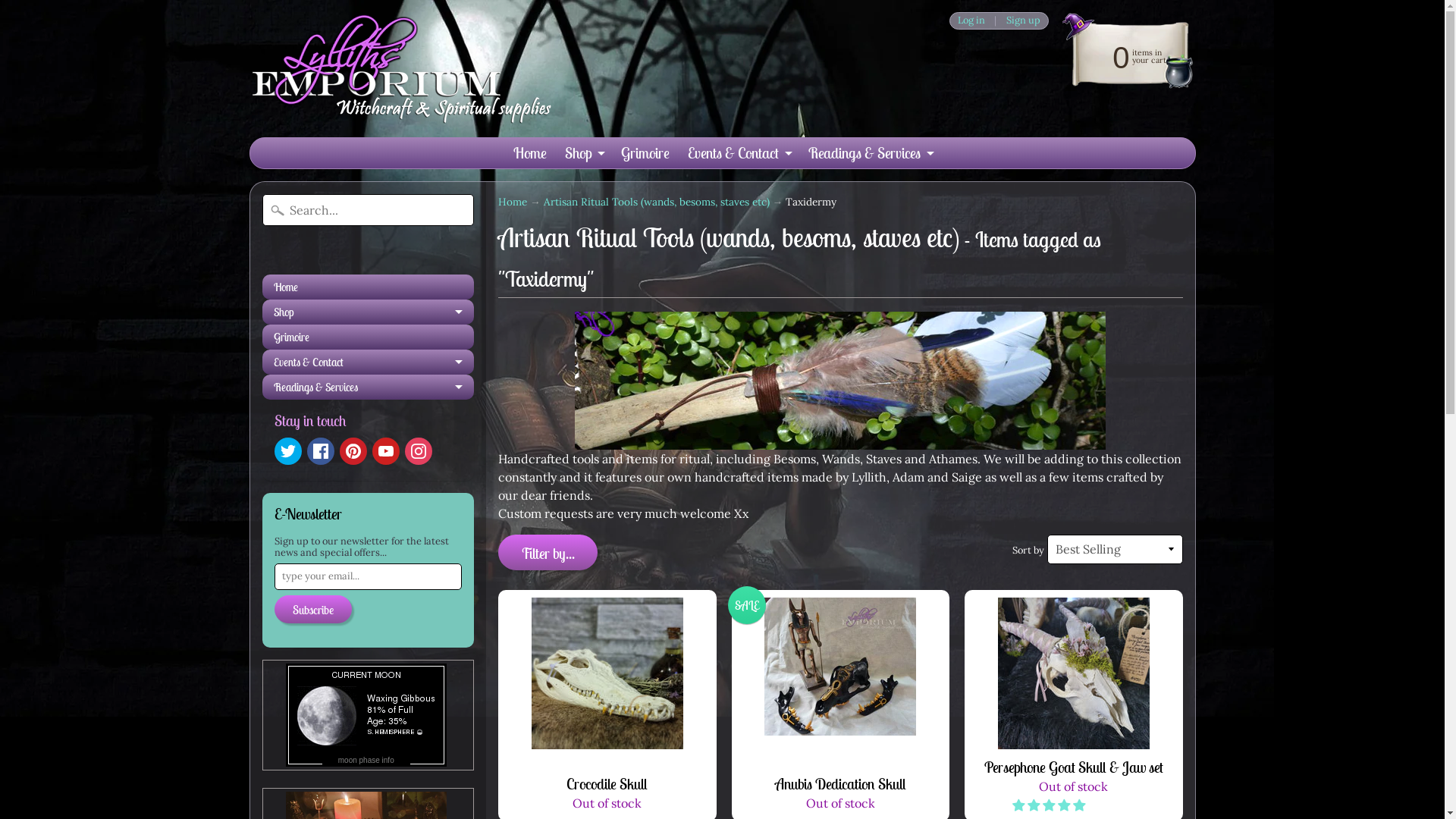 The image size is (1456, 819). Describe the element at coordinates (656, 201) in the screenshot. I see `'Artisan Ritual Tools (wands, besoms, staves etc)'` at that location.